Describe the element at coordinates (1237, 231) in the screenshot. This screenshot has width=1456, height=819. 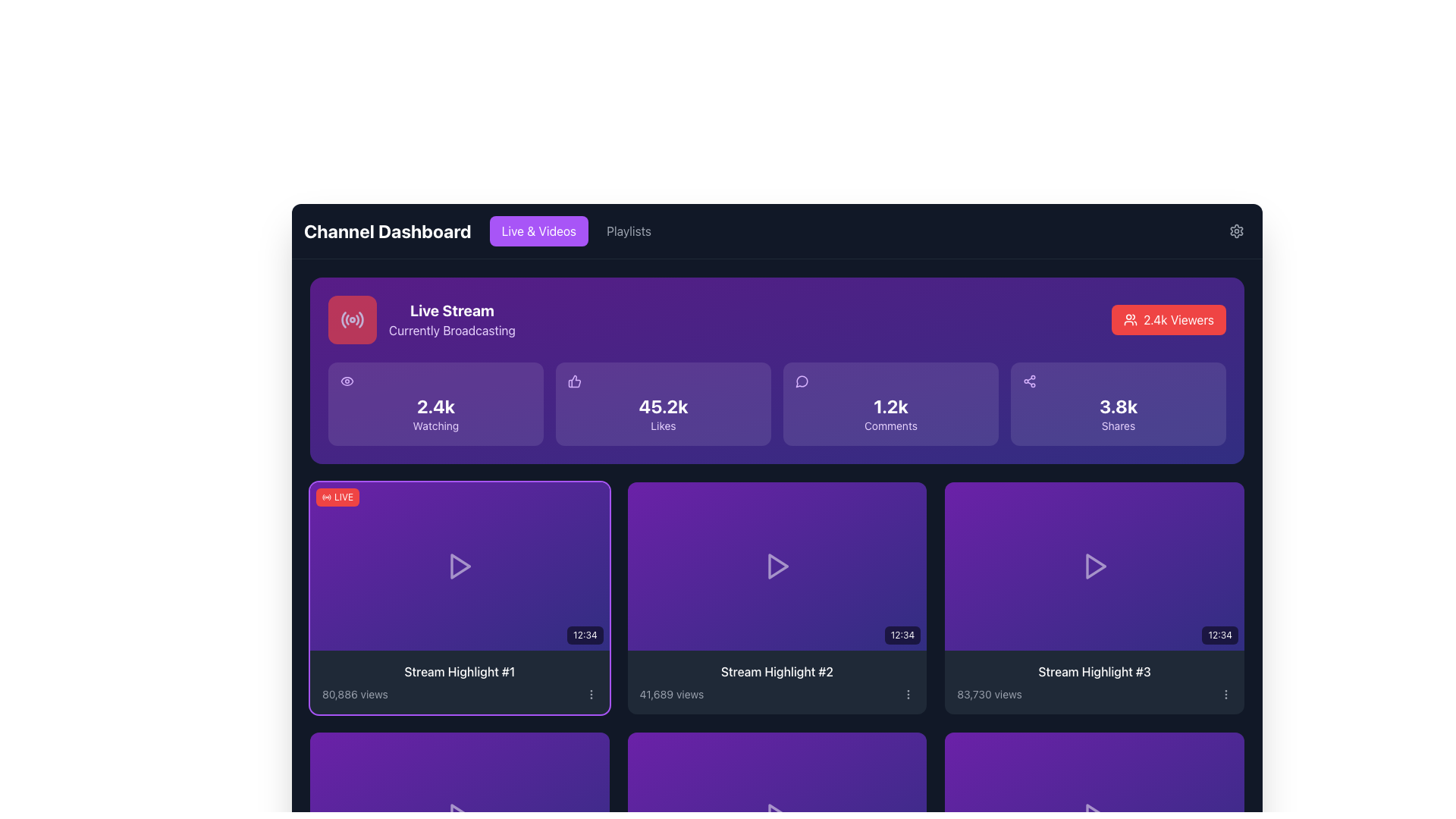
I see `the gear icon button` at that location.